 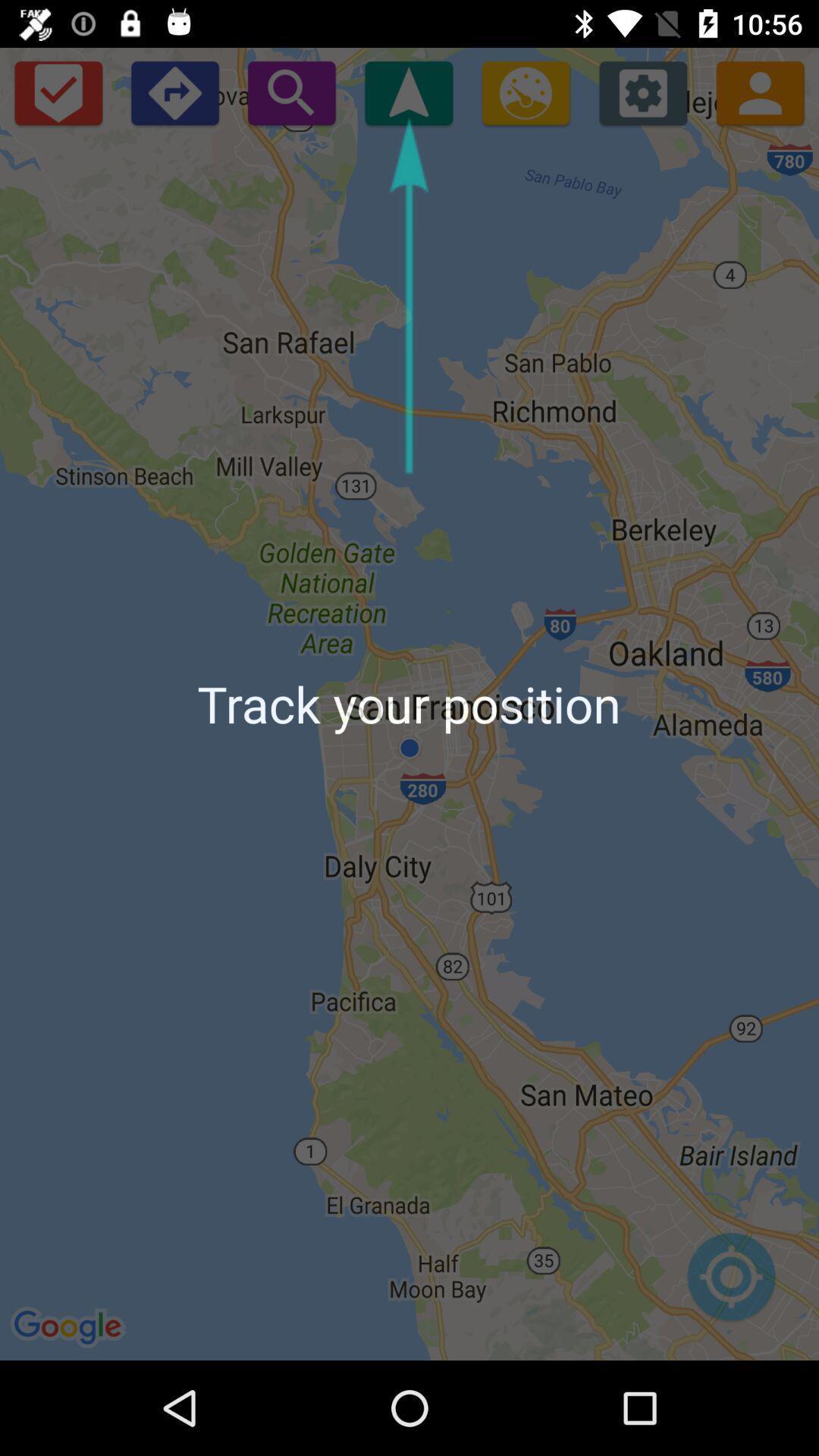 I want to click on open settings, so click(x=643, y=92).